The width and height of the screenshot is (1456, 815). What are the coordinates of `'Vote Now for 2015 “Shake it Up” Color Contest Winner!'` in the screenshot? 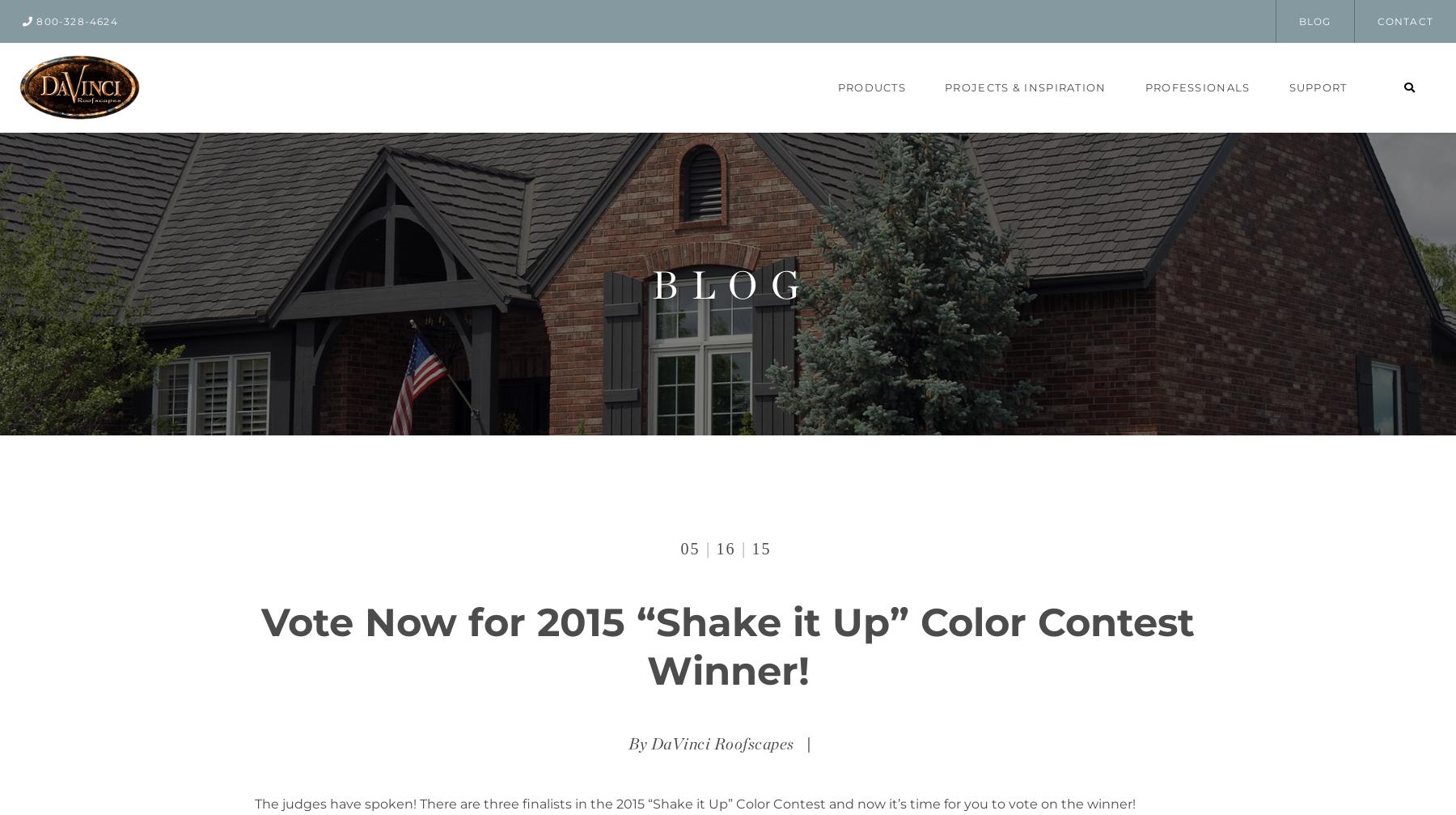 It's located at (728, 645).